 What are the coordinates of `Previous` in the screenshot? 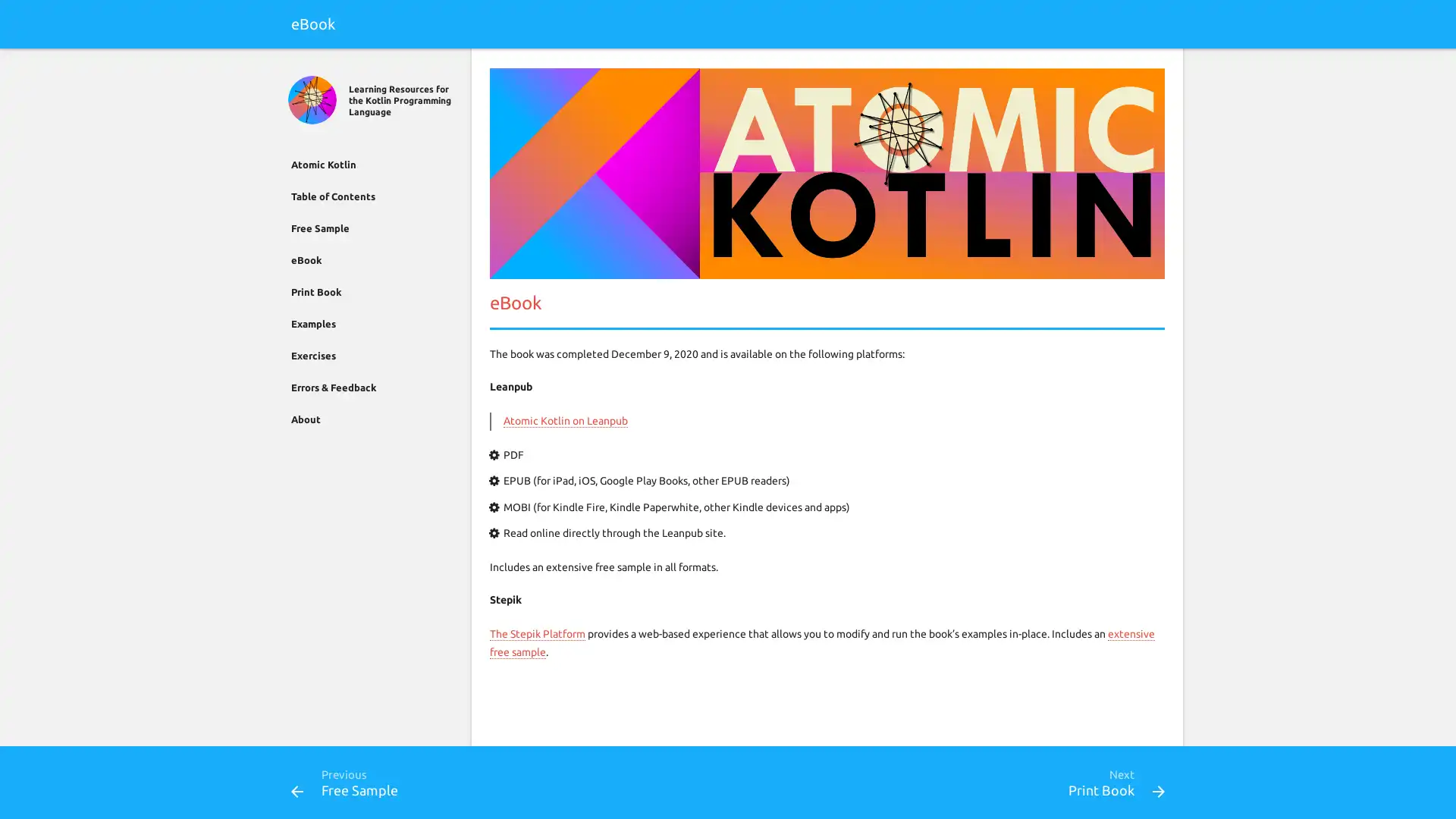 It's located at (297, 791).